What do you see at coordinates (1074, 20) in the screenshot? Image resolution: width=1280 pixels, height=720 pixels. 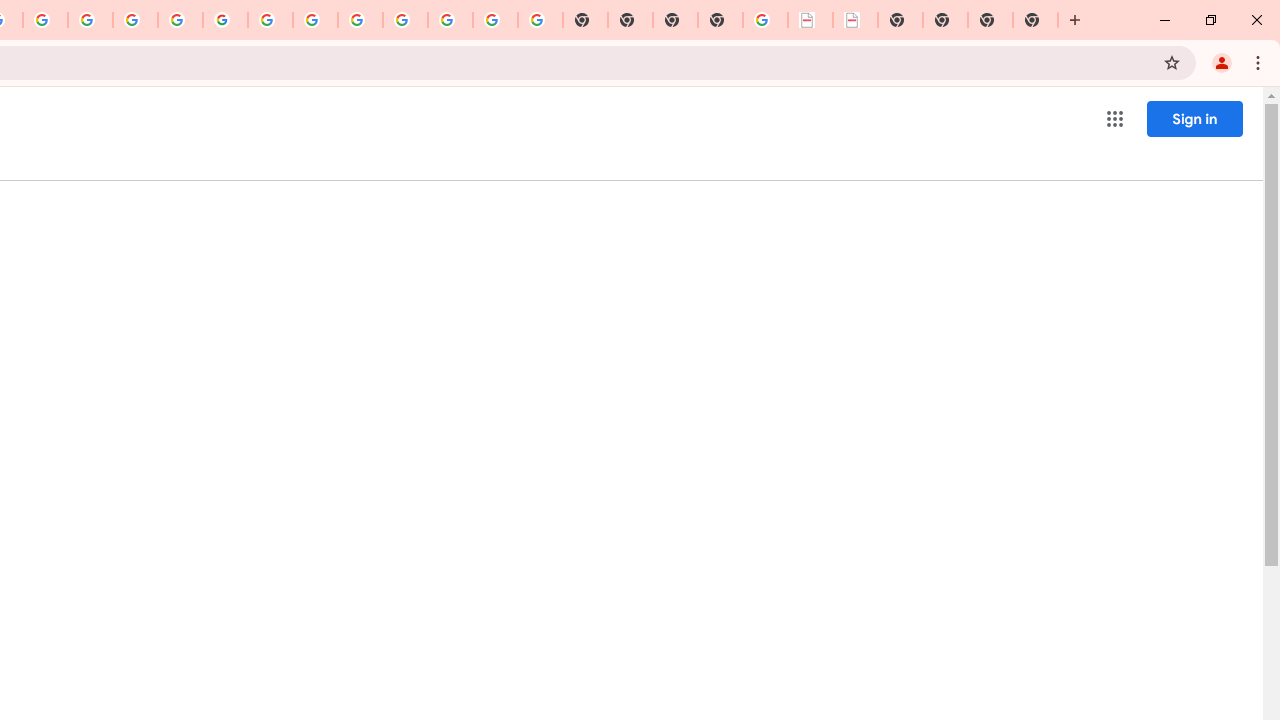 I see `'New Tab'` at bounding box center [1074, 20].